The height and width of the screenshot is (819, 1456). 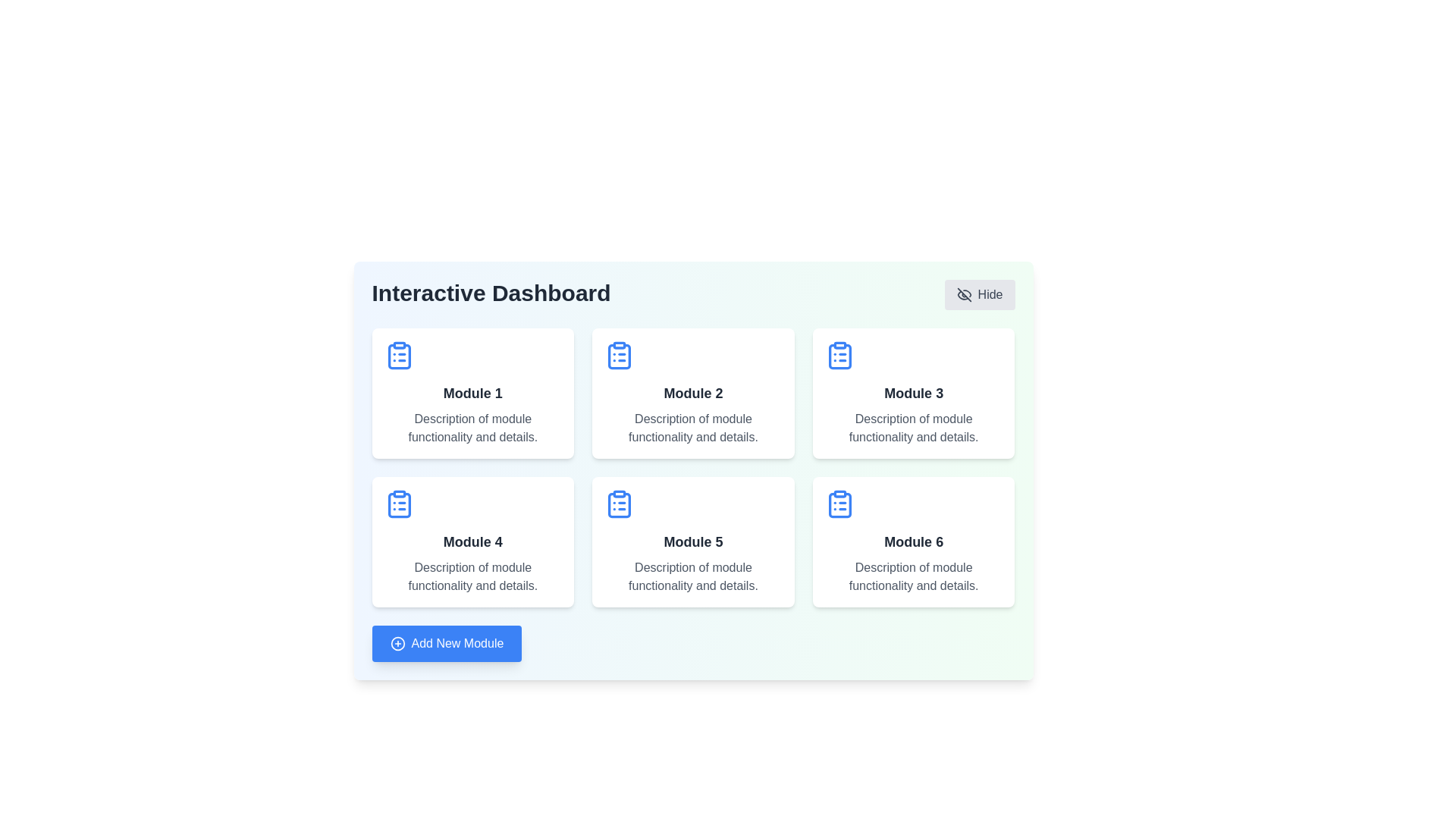 What do you see at coordinates (839, 505) in the screenshot?
I see `the clipboard icon located in the bottom-right module of the sixth module card in the grid layout` at bounding box center [839, 505].